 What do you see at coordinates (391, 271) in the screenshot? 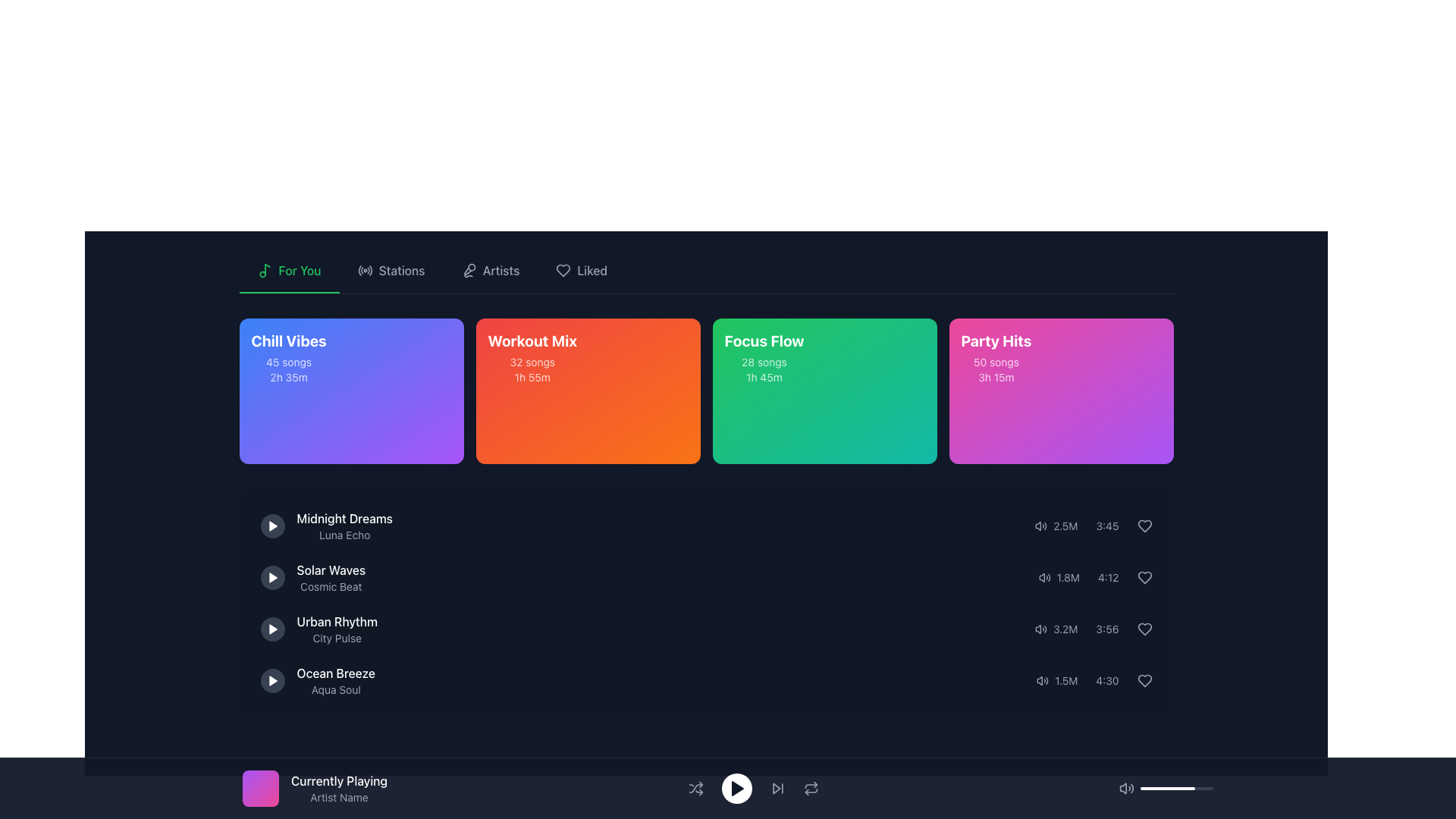
I see `the 'Stations' button, which is the second interactive item in the horizontal menu bar located between 'For You' and 'Artists'` at bounding box center [391, 271].